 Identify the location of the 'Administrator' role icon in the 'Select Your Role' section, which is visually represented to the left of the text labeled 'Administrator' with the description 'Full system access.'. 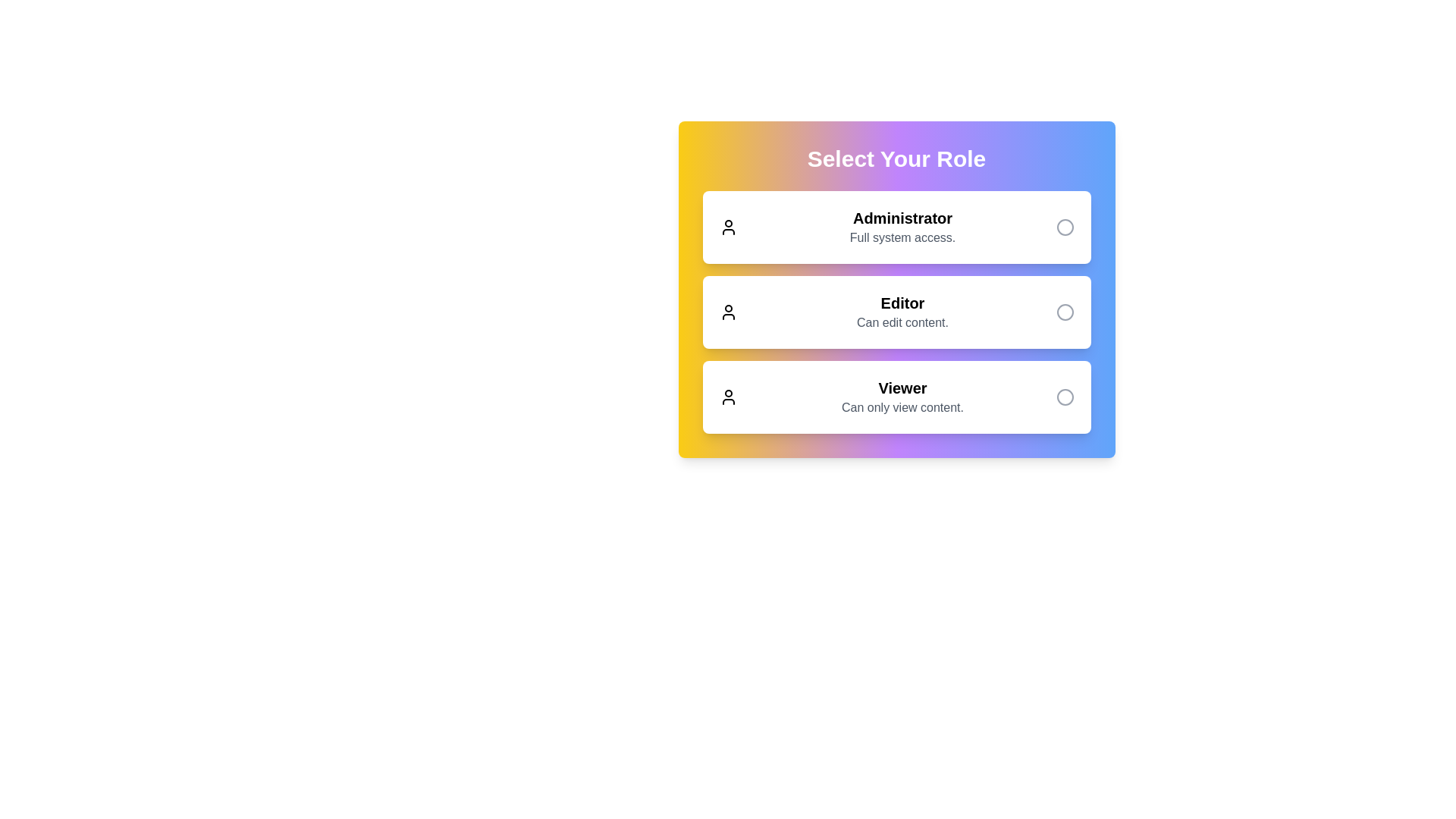
(728, 227).